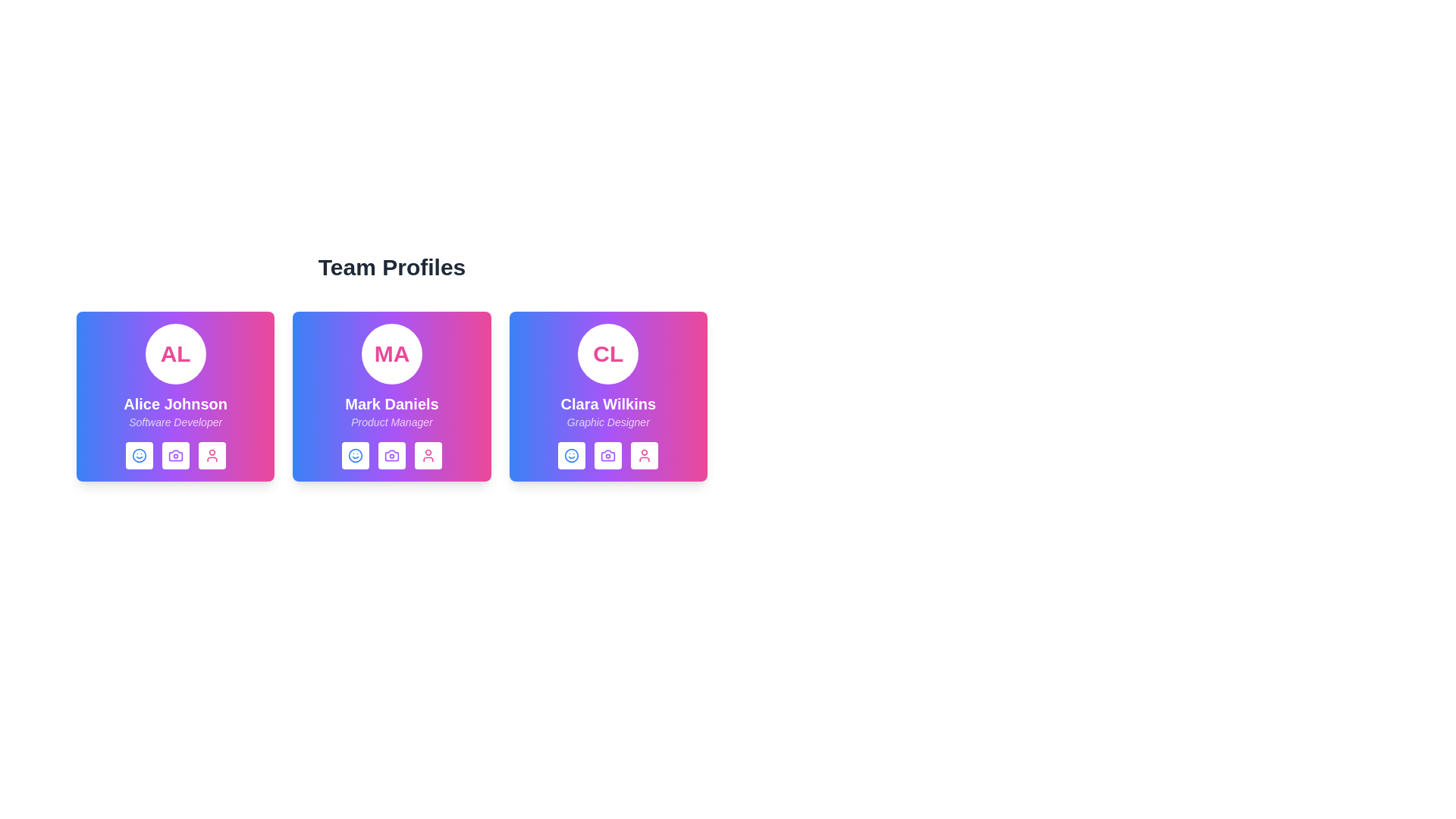 The width and height of the screenshot is (1456, 819). What do you see at coordinates (355, 455) in the screenshot?
I see `the circular icon button with a smiling face, which is the first icon from the left in a row of three icons located under the 'Mark Daniels' card` at bounding box center [355, 455].